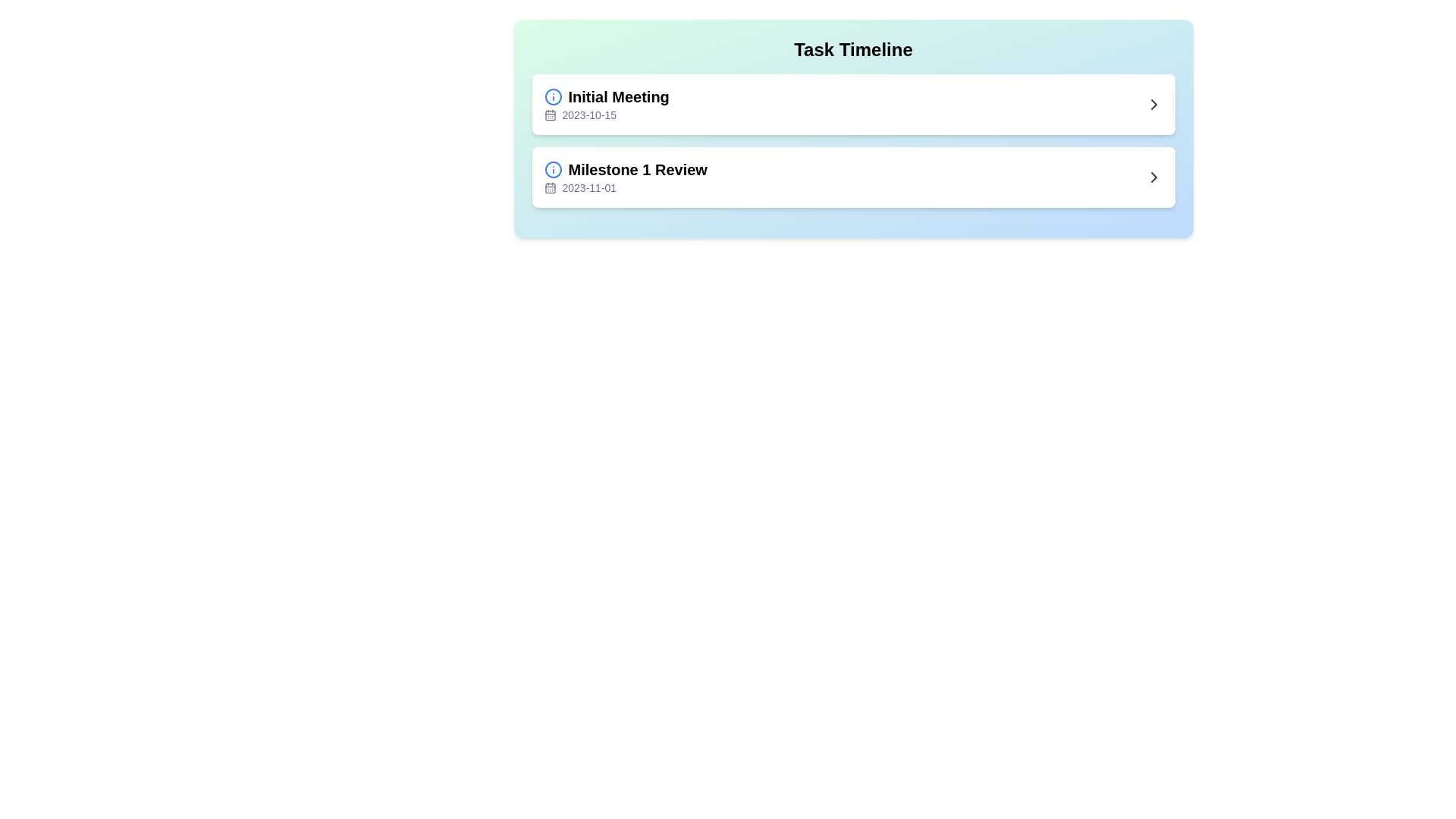  Describe the element at coordinates (549, 187) in the screenshot. I see `the graphical calendar icon next to the 'Milestone 1 Review' label and the date '2023-11-01' in the timeline list` at that location.